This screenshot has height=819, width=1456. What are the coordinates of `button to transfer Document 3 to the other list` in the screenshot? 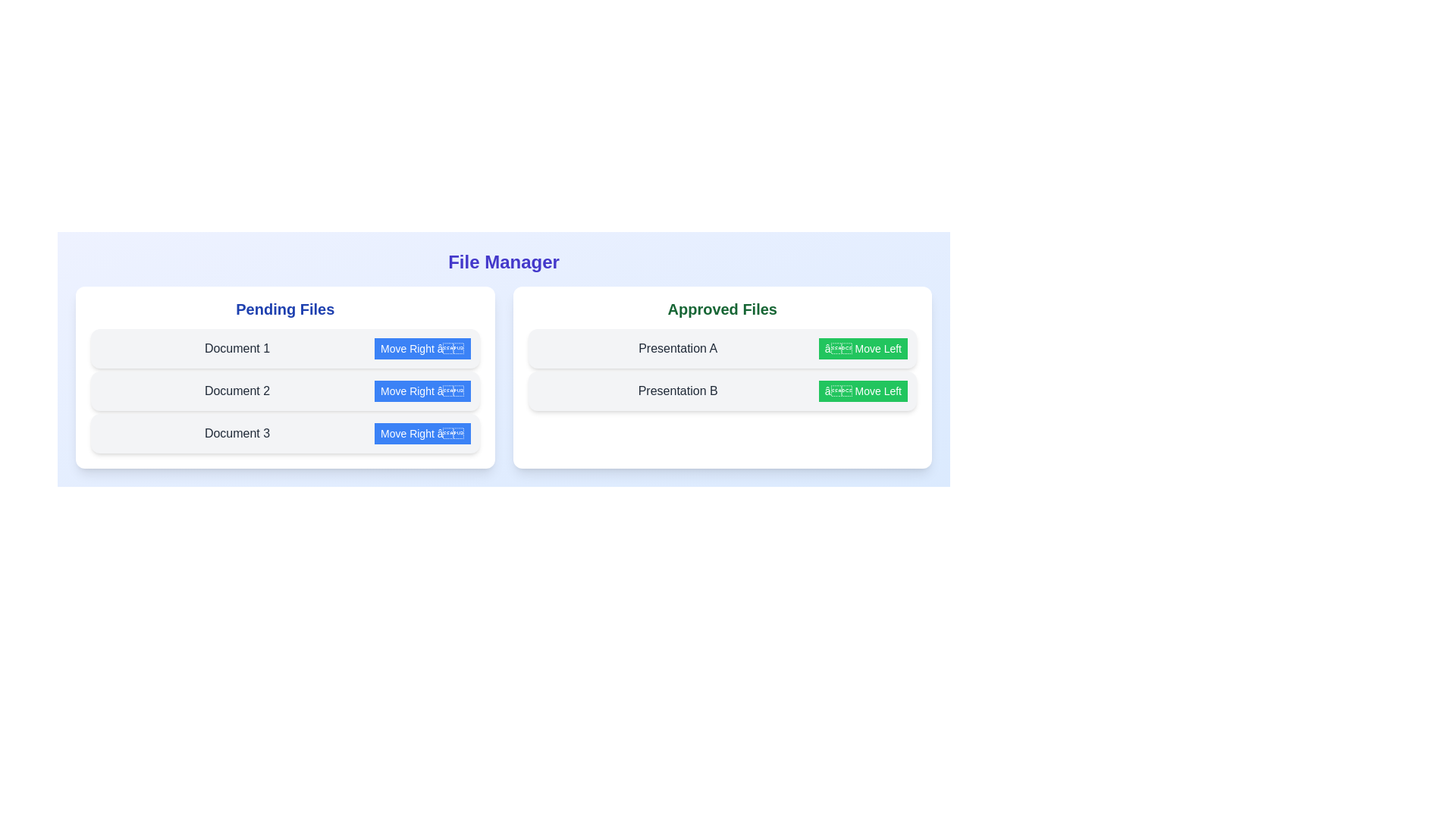 It's located at (422, 433).